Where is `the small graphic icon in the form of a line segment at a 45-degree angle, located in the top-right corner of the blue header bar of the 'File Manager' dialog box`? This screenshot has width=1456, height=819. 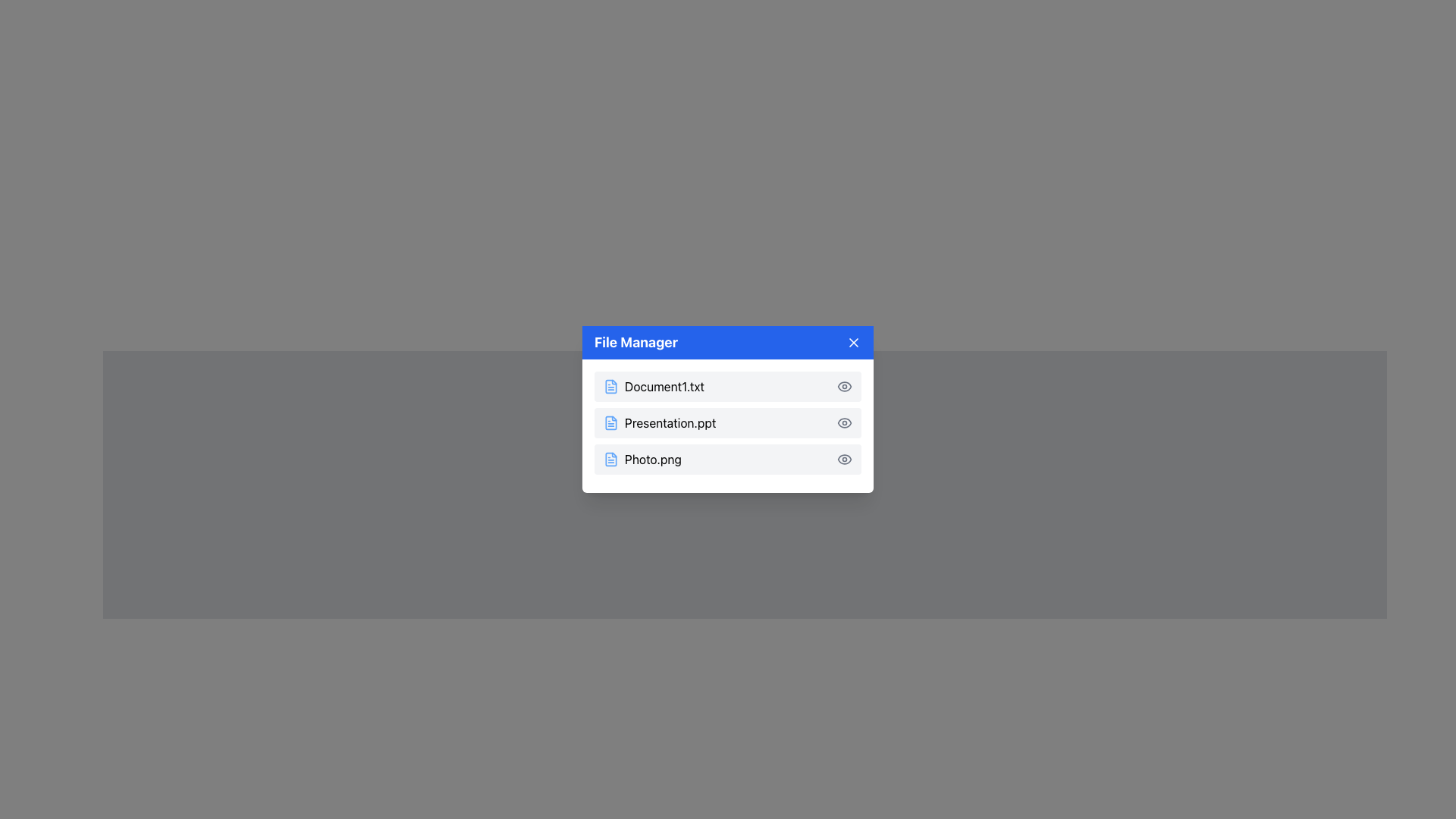 the small graphic icon in the form of a line segment at a 45-degree angle, located in the top-right corner of the blue header bar of the 'File Manager' dialog box is located at coordinates (854, 342).